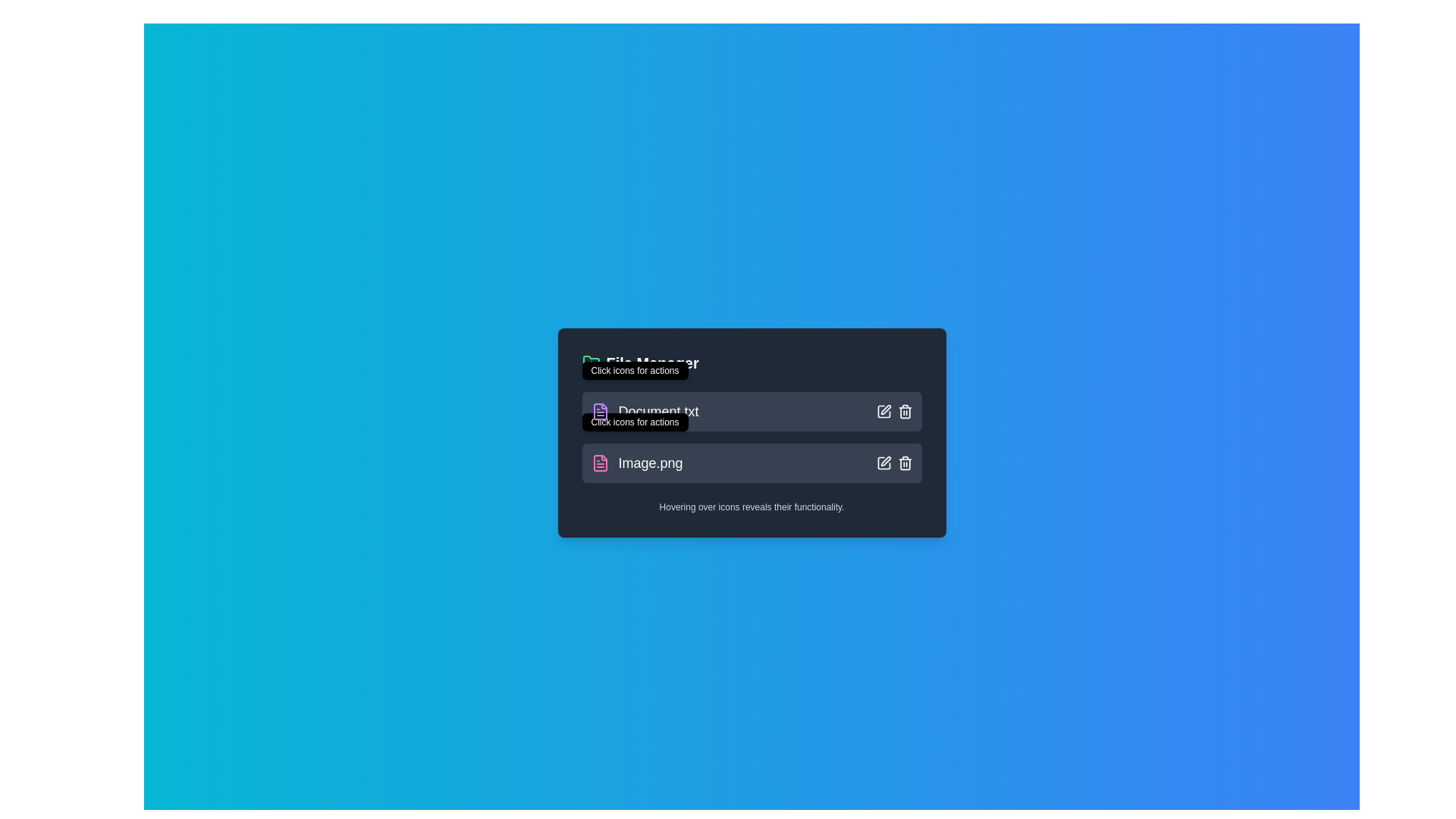  I want to click on text from the TextLabel that displays 'Image.png', which is positioned on the left side of the second row inside the file entry box, so click(651, 462).